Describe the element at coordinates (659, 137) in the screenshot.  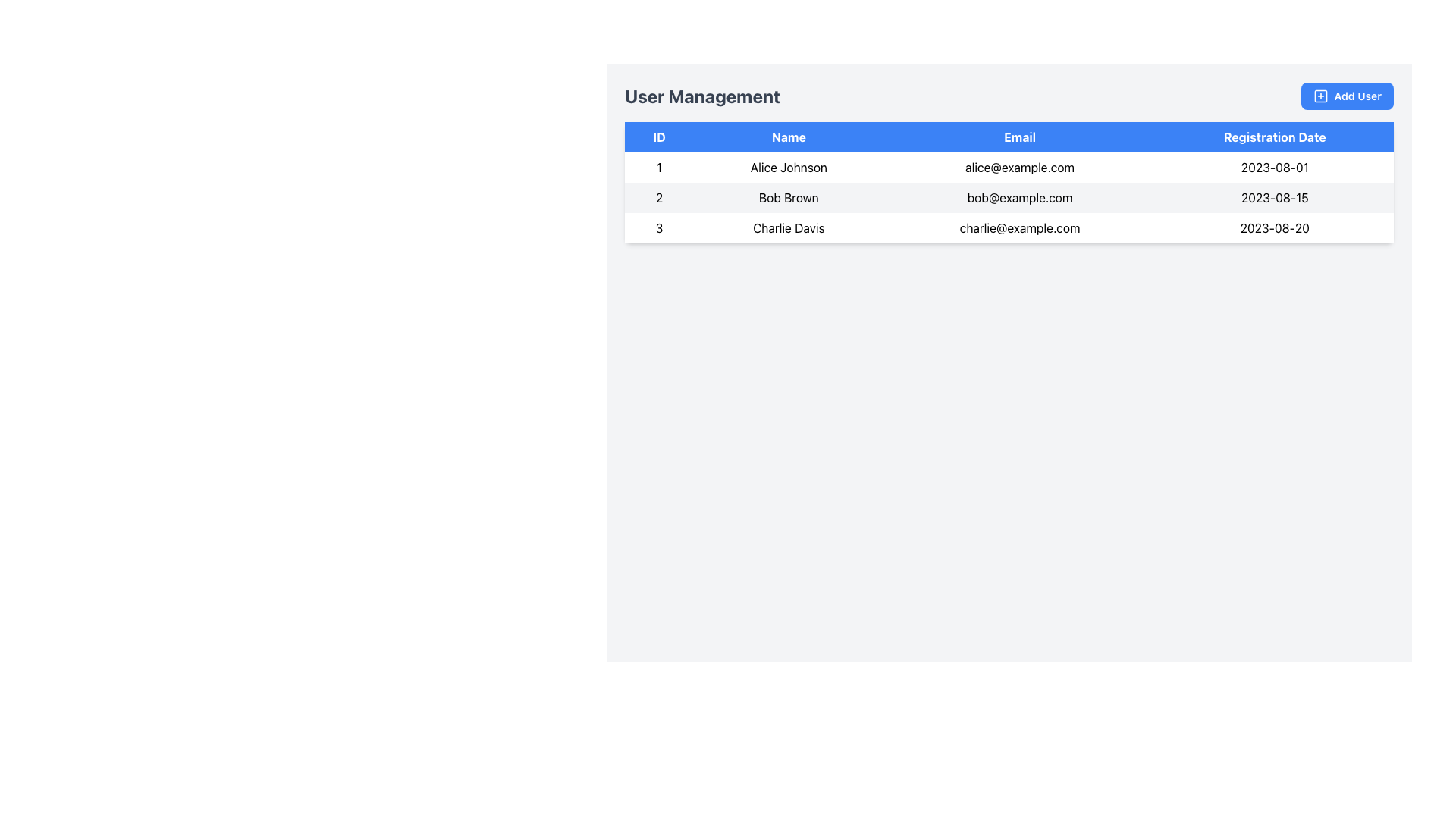
I see `the 'ID' column header in the user management table` at that location.